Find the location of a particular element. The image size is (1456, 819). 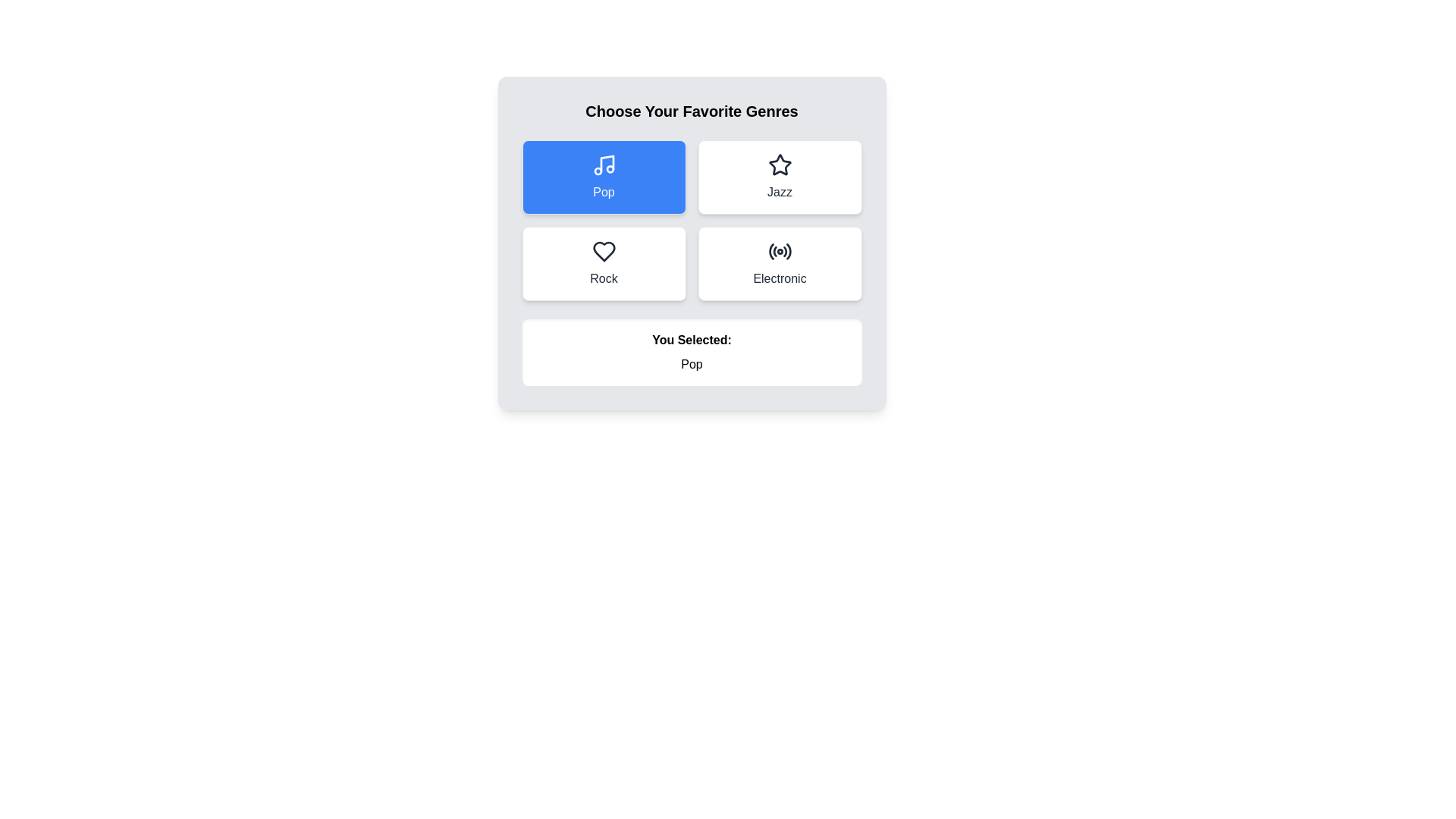

the genre button labeled Rock to observe the hover effect is located at coordinates (603, 262).